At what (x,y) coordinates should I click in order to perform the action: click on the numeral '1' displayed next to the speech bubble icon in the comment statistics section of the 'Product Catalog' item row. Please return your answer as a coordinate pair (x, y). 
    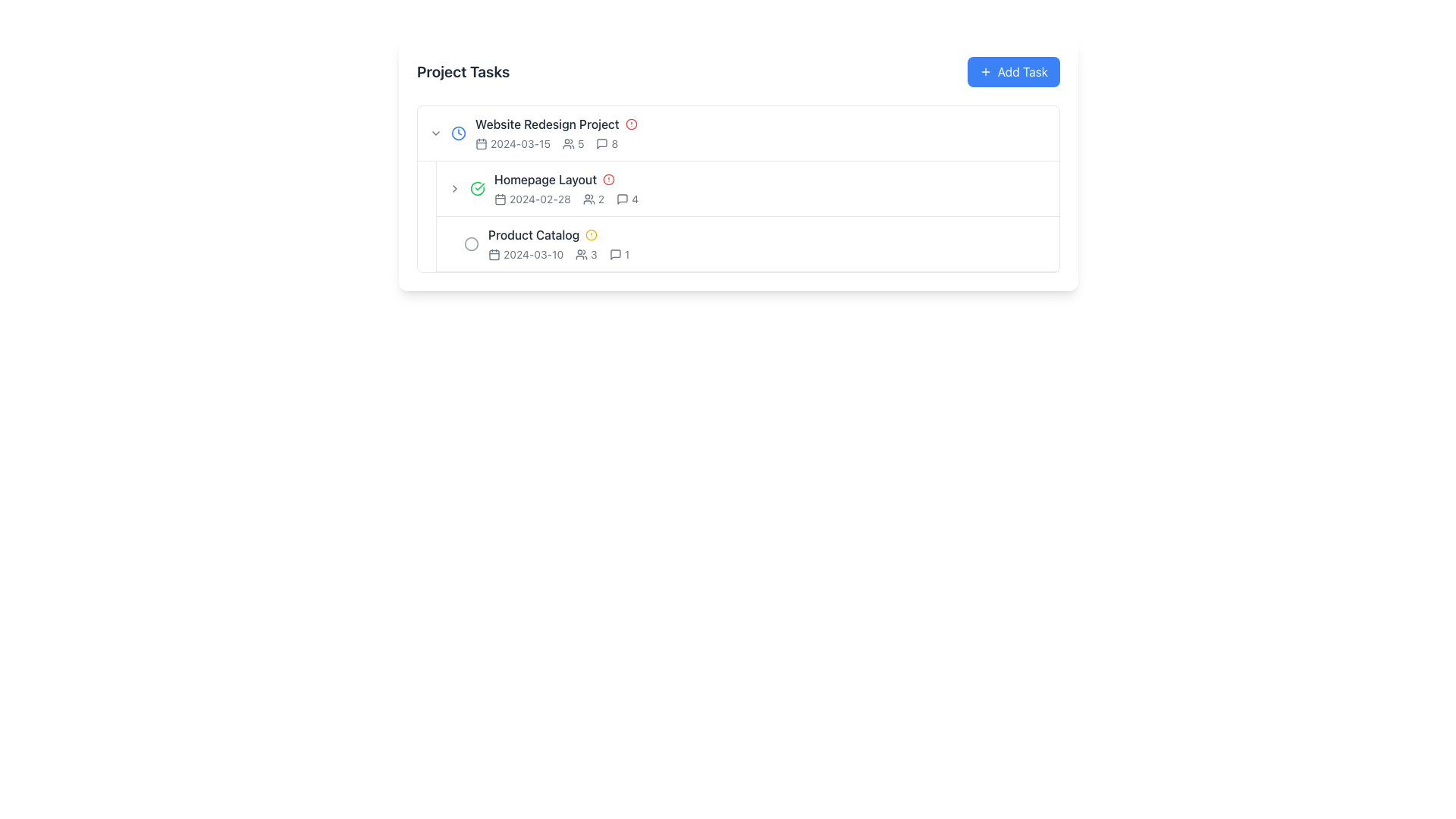
    Looking at the image, I should click on (626, 253).